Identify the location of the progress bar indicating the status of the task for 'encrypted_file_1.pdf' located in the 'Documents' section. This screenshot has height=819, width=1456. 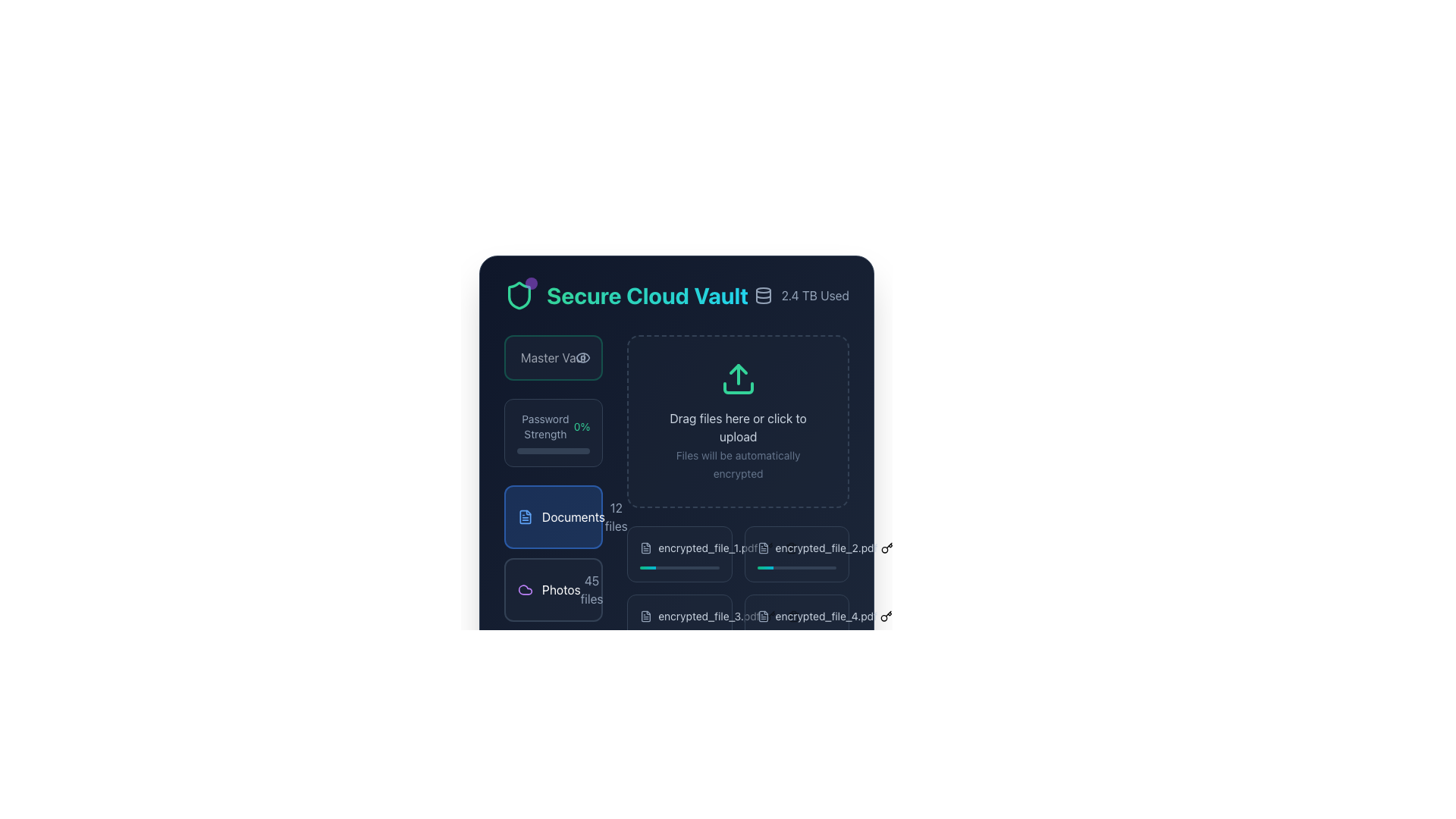
(679, 567).